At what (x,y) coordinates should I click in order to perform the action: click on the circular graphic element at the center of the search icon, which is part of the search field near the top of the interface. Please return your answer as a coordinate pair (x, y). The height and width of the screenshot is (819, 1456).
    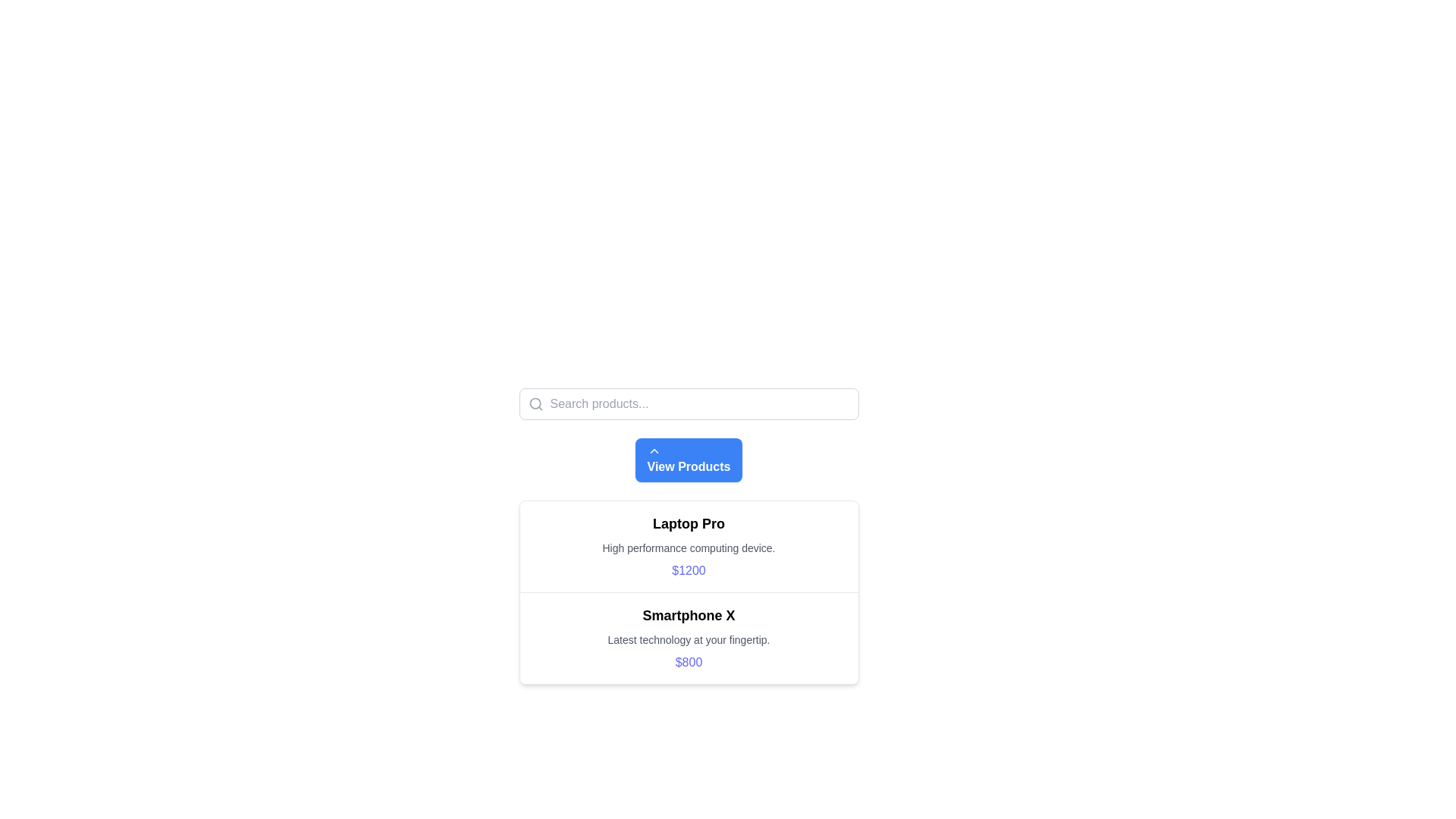
    Looking at the image, I should click on (535, 403).